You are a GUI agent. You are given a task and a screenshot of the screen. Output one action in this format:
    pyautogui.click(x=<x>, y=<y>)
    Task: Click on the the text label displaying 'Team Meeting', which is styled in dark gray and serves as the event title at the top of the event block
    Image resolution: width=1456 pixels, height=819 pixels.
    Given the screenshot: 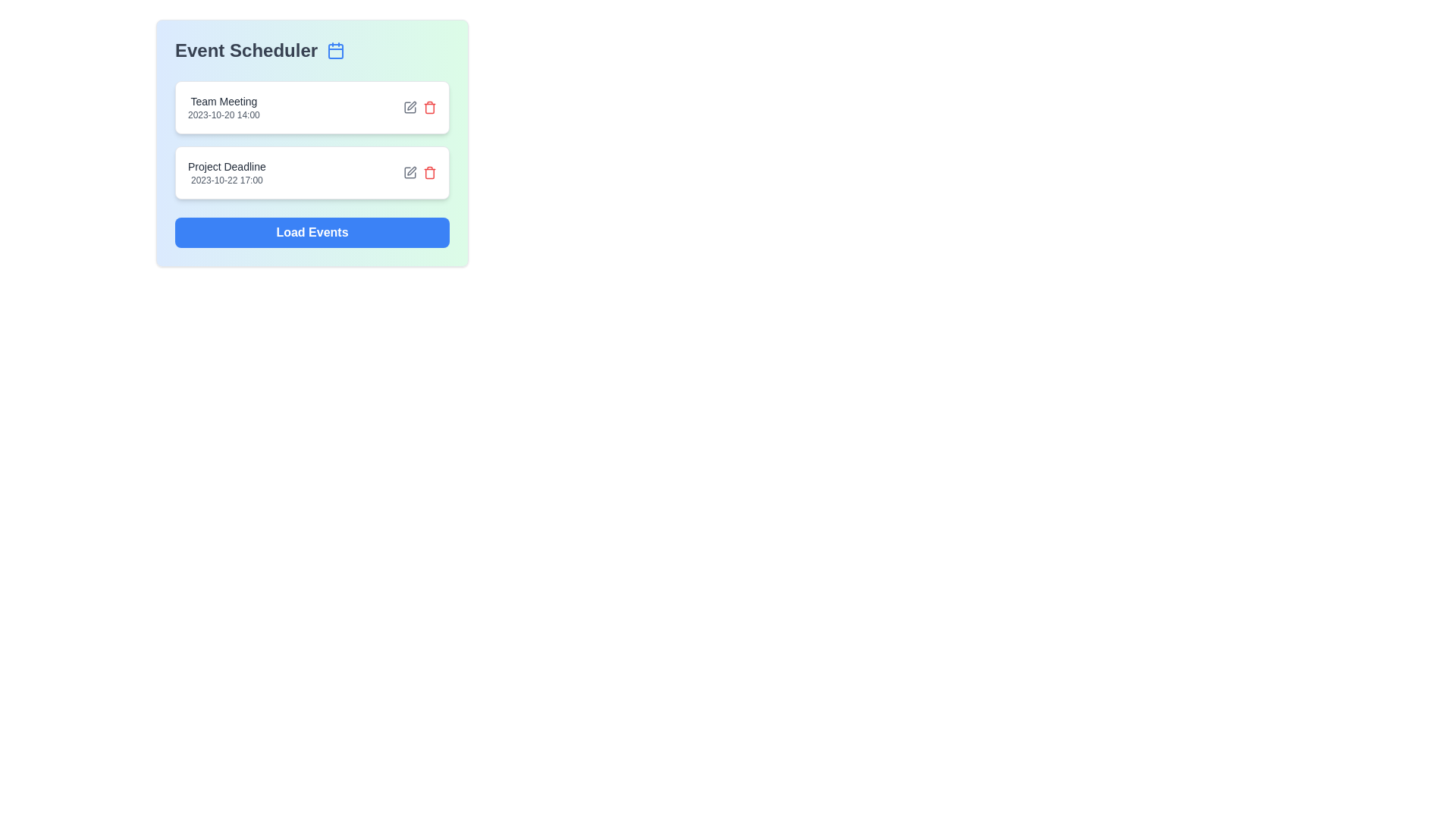 What is the action you would take?
    pyautogui.click(x=223, y=102)
    